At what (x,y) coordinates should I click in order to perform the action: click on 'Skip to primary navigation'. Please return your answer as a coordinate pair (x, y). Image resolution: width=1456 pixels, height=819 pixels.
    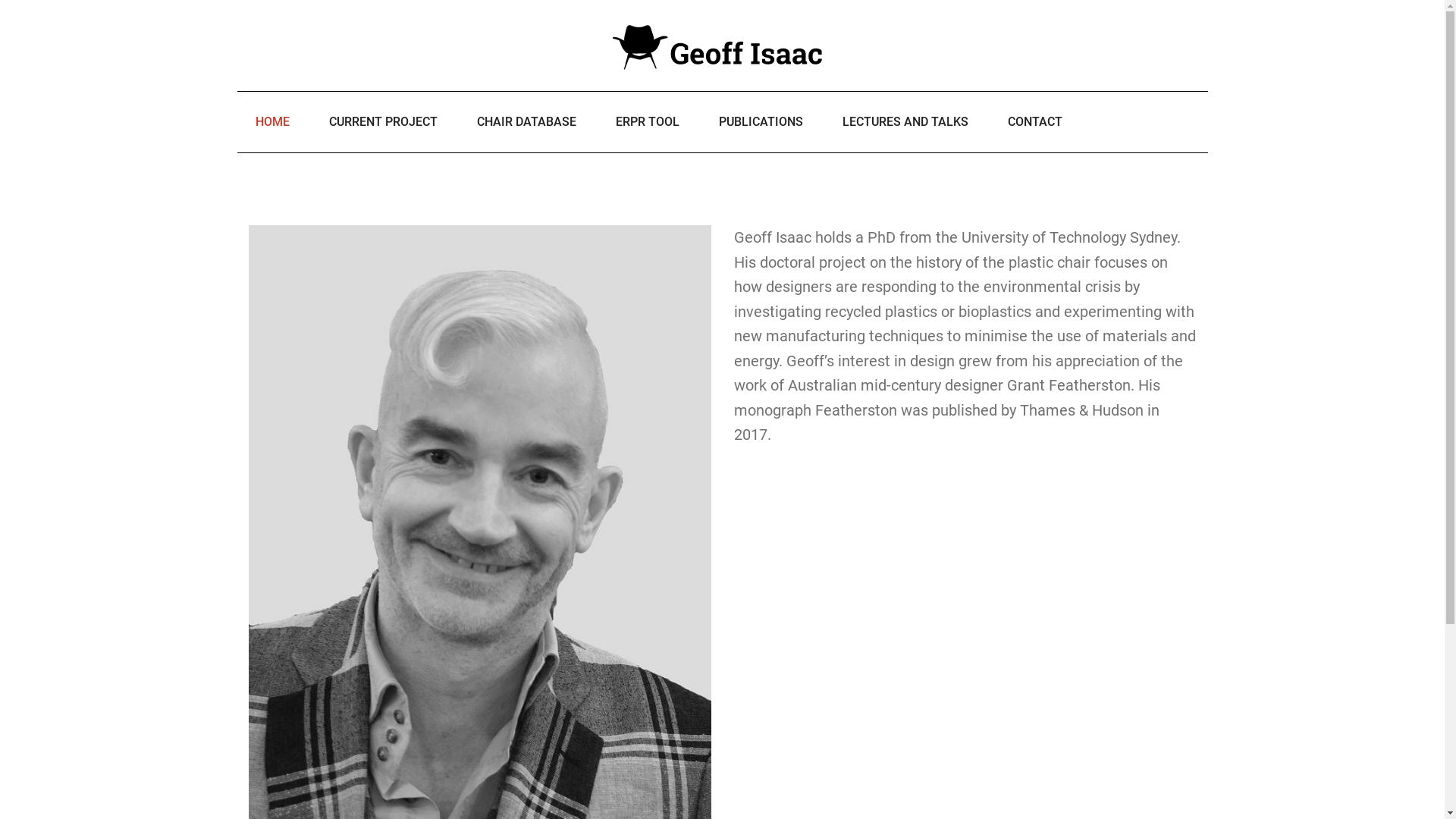
    Looking at the image, I should click on (0, 0).